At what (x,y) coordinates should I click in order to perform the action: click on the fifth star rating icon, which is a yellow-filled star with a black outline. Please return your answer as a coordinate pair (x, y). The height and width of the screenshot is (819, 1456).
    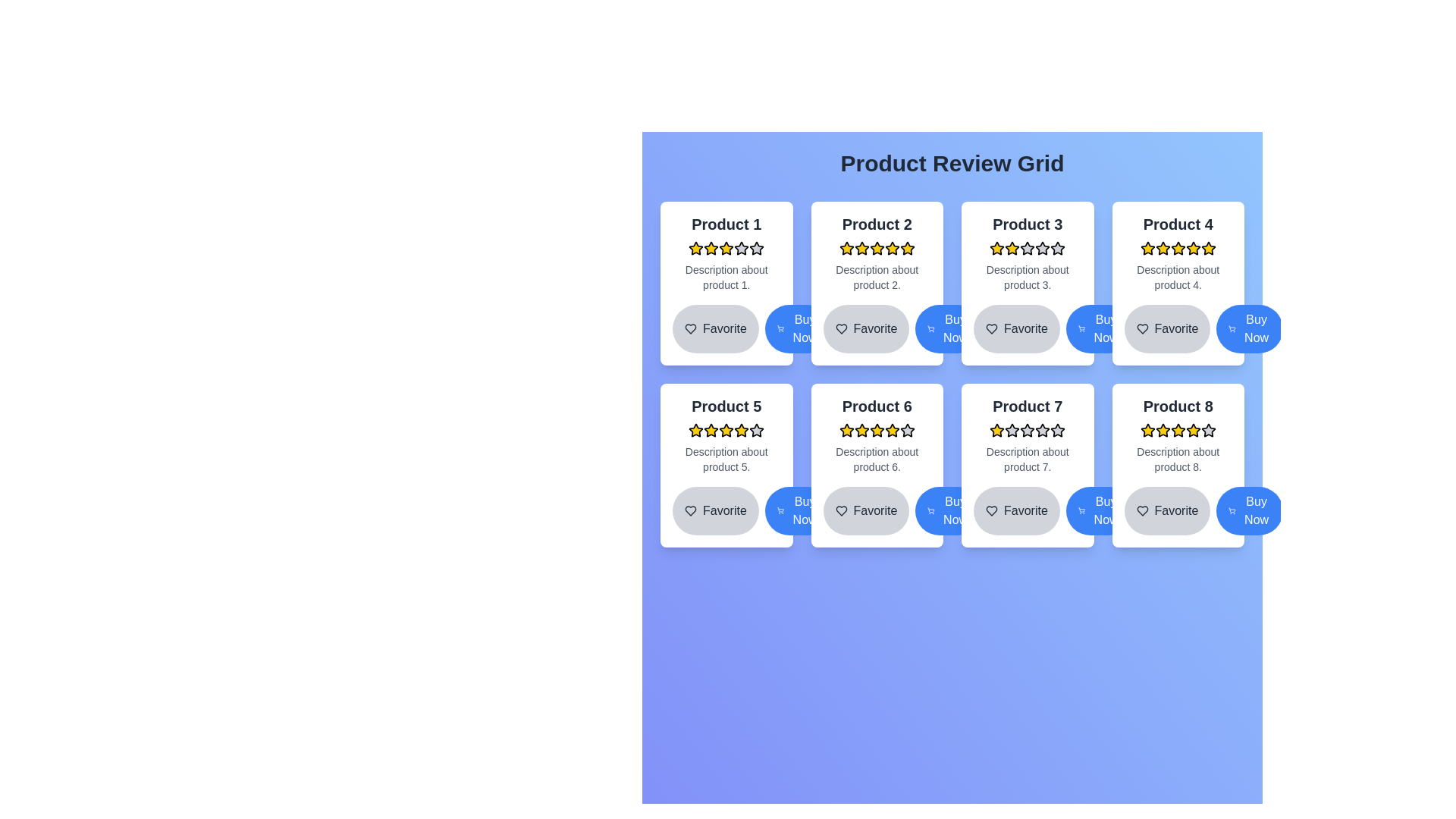
    Looking at the image, I should click on (861, 247).